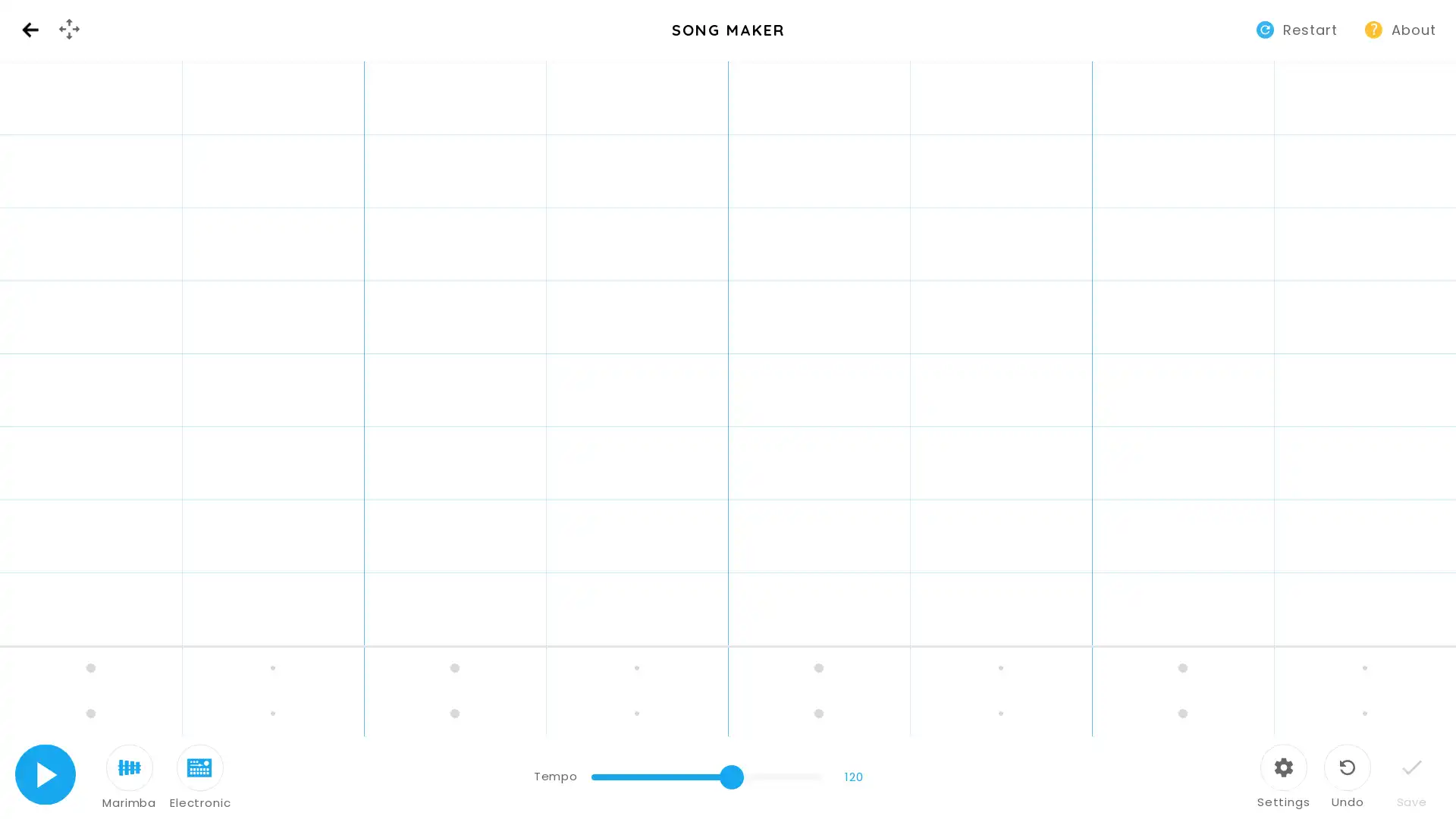  Describe the element at coordinates (1282, 777) in the screenshot. I see `Settings` at that location.